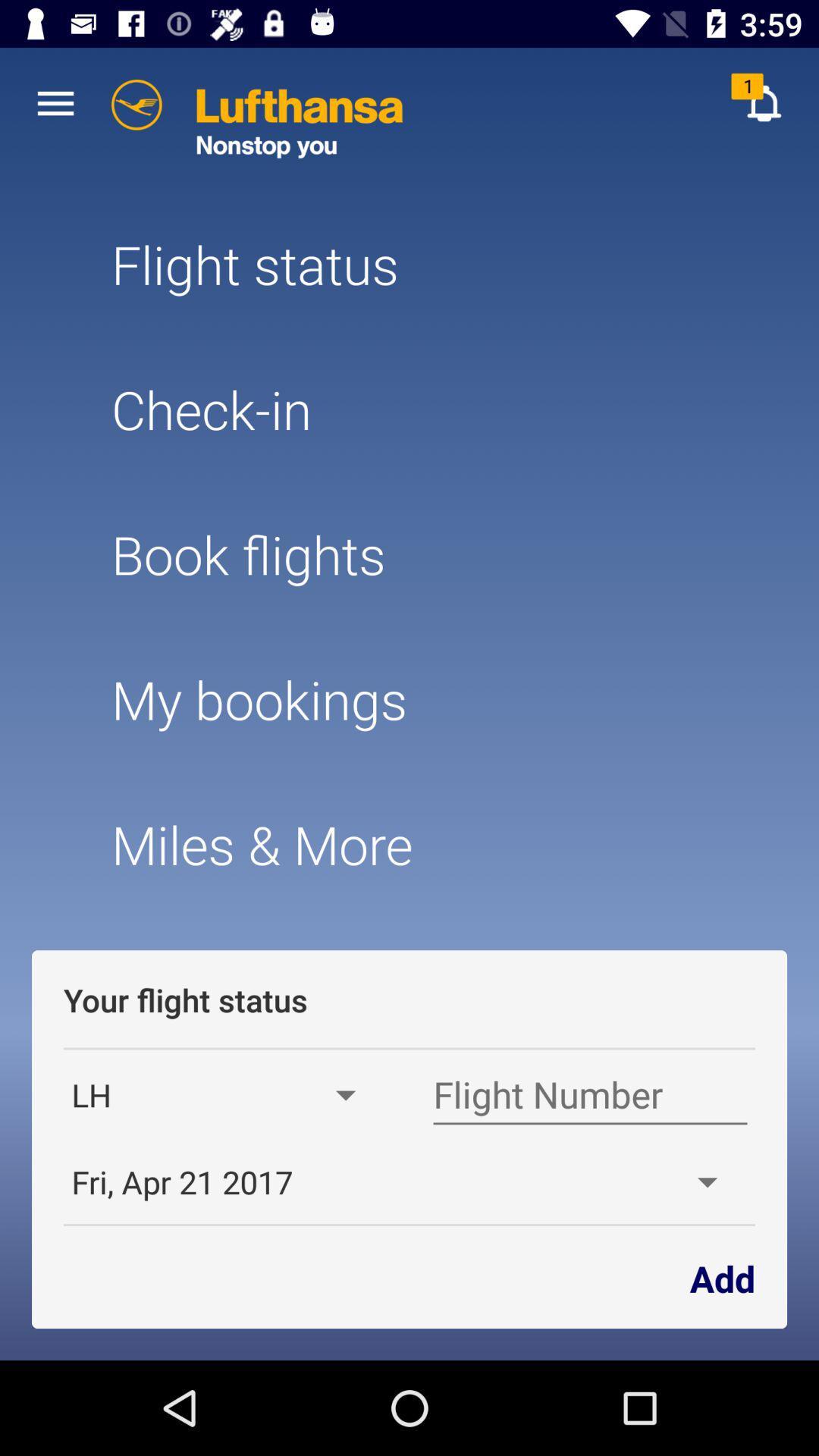  What do you see at coordinates (589, 1095) in the screenshot?
I see `flight number` at bounding box center [589, 1095].